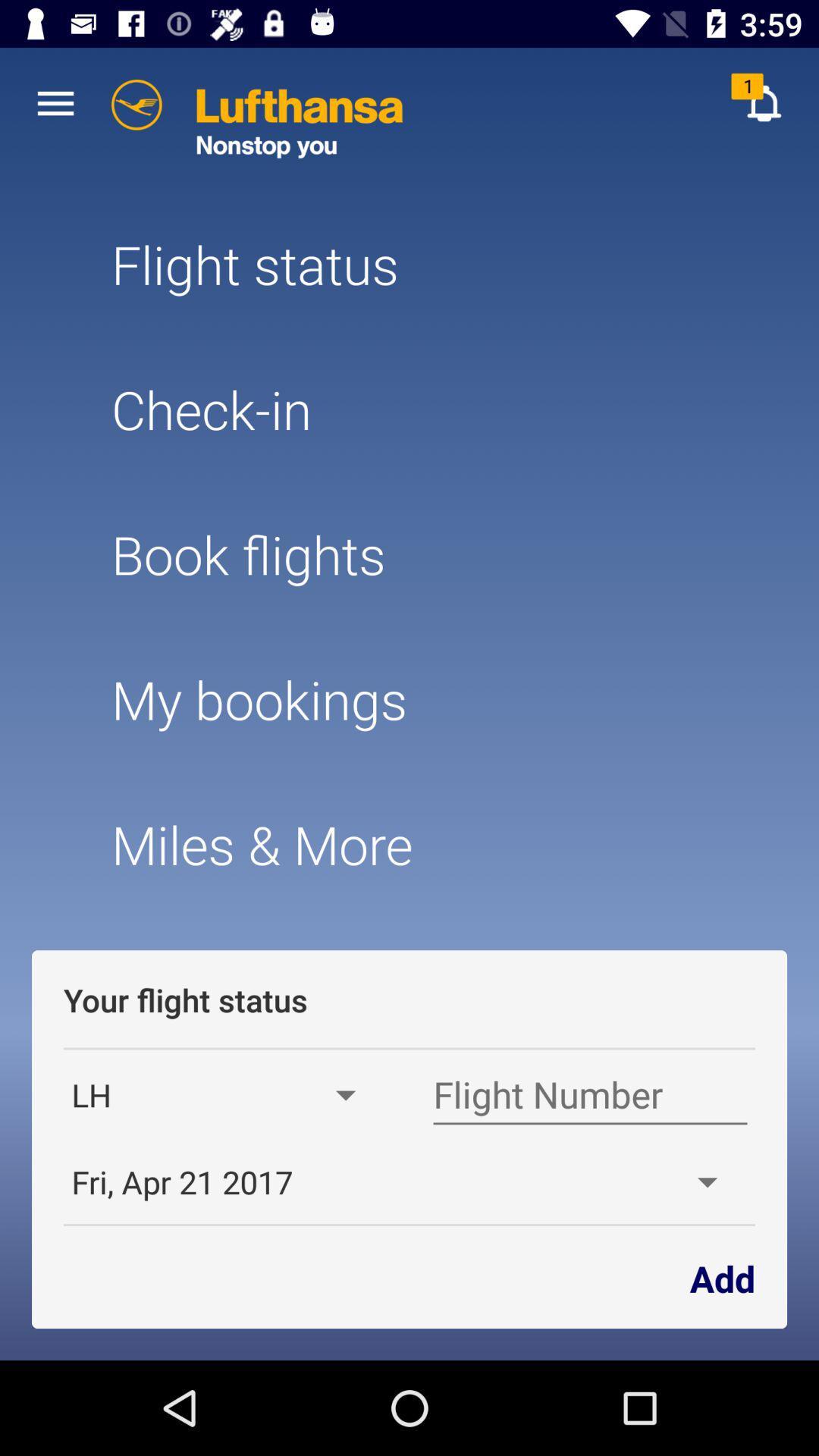  What do you see at coordinates (589, 1095) in the screenshot?
I see `flight number` at bounding box center [589, 1095].